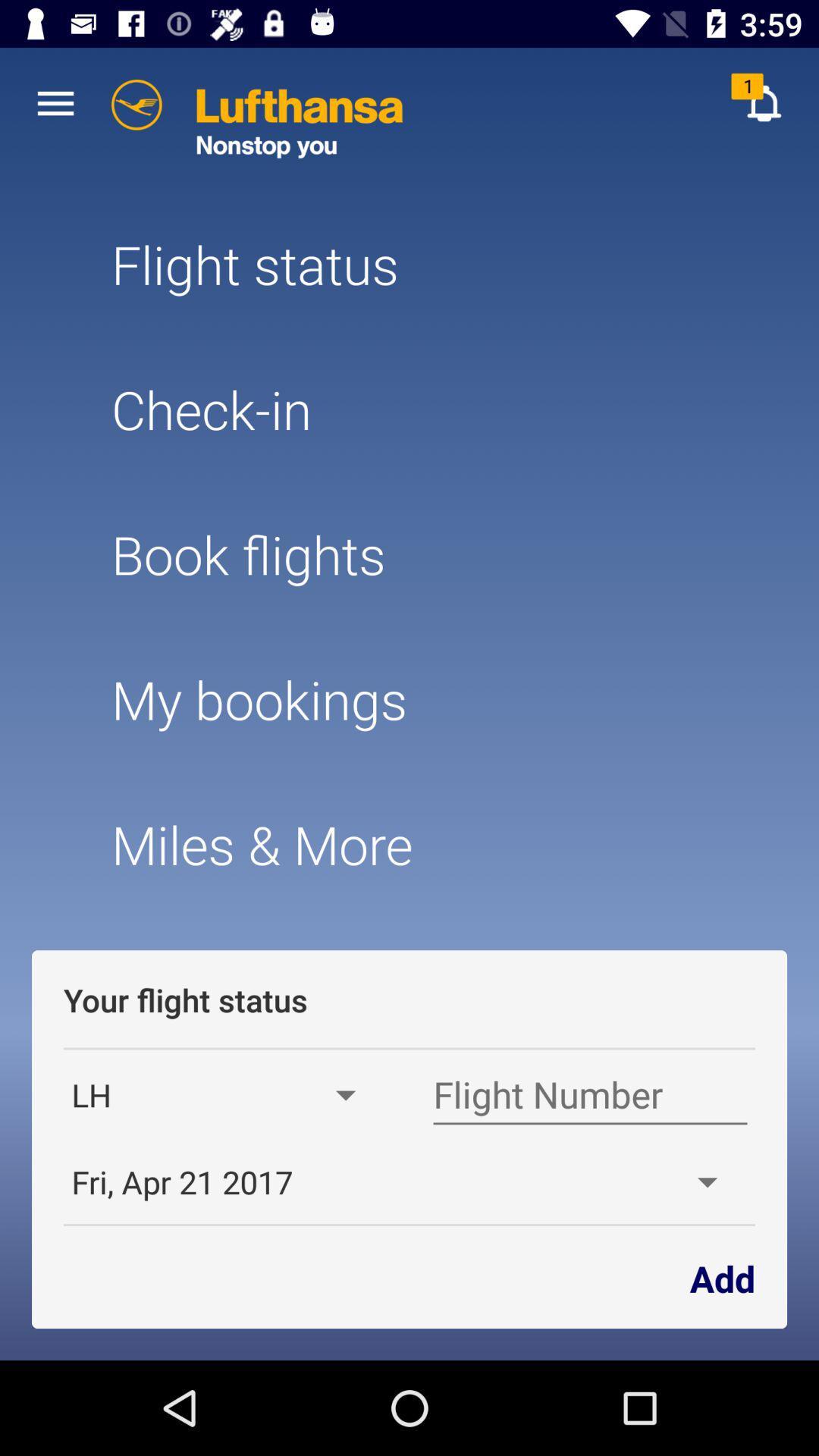  What do you see at coordinates (589, 1095) in the screenshot?
I see `flight number` at bounding box center [589, 1095].